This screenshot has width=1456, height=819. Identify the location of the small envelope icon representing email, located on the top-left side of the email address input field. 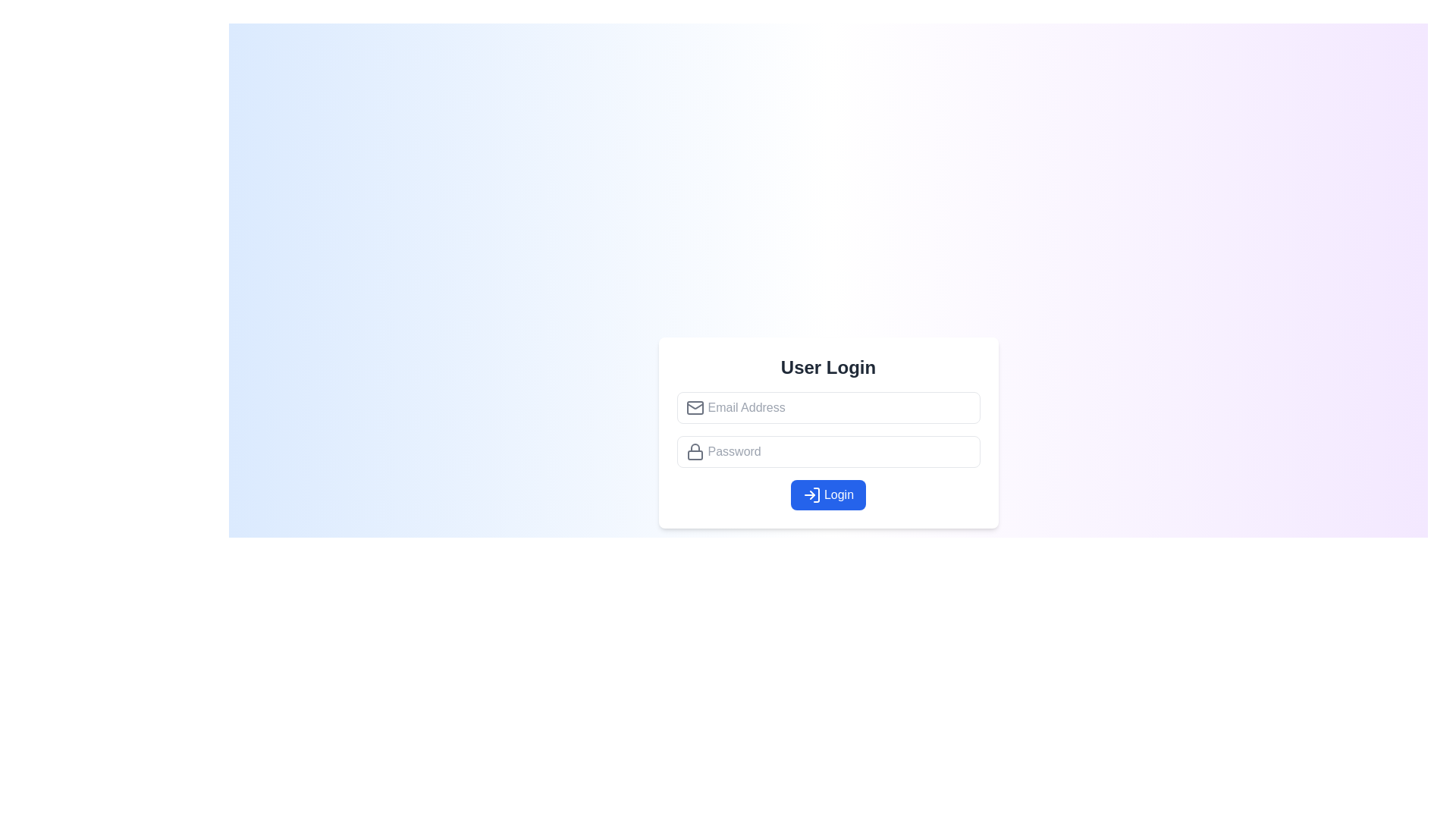
(694, 406).